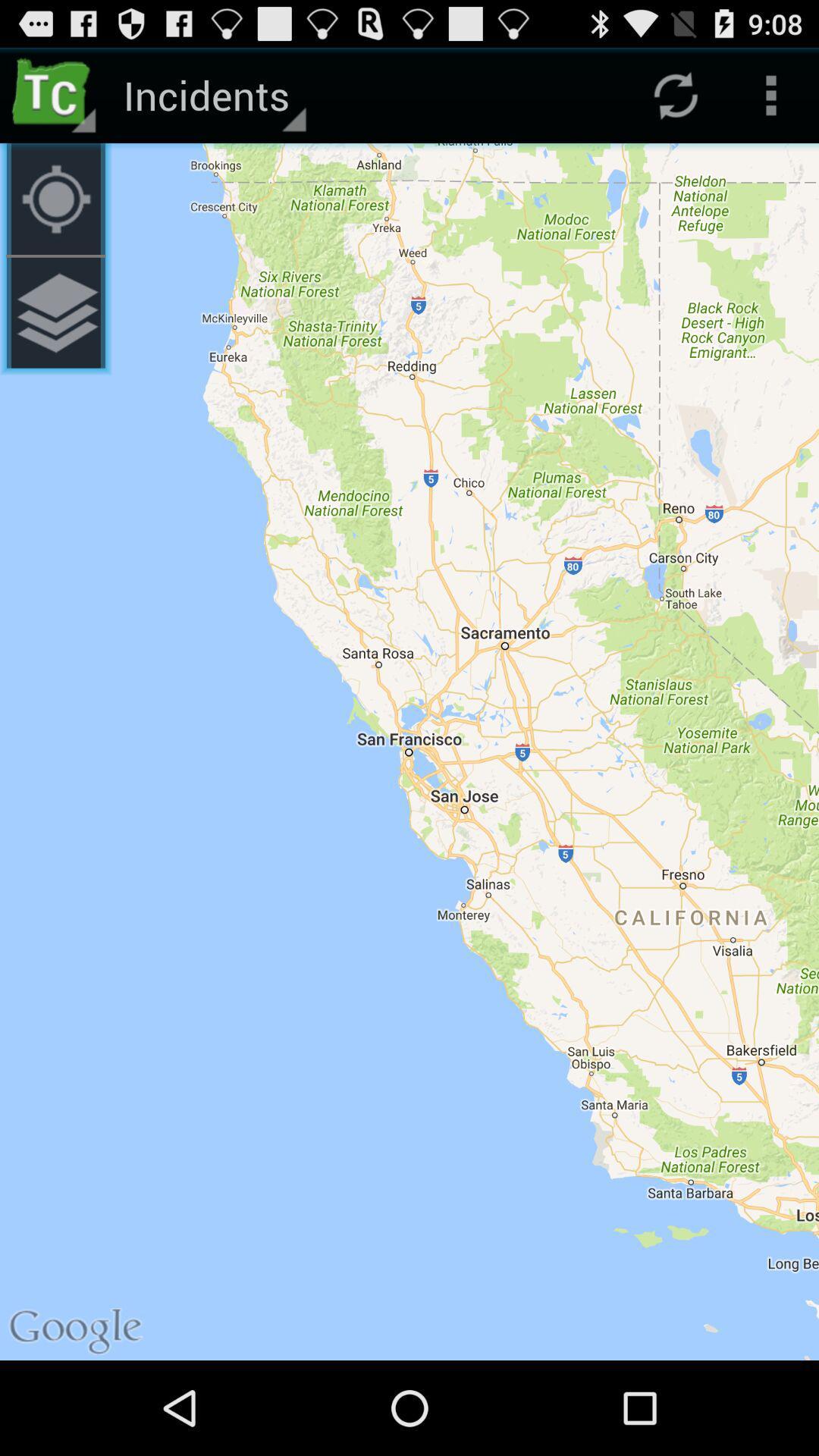  I want to click on the location_crosshair icon, so click(55, 212).